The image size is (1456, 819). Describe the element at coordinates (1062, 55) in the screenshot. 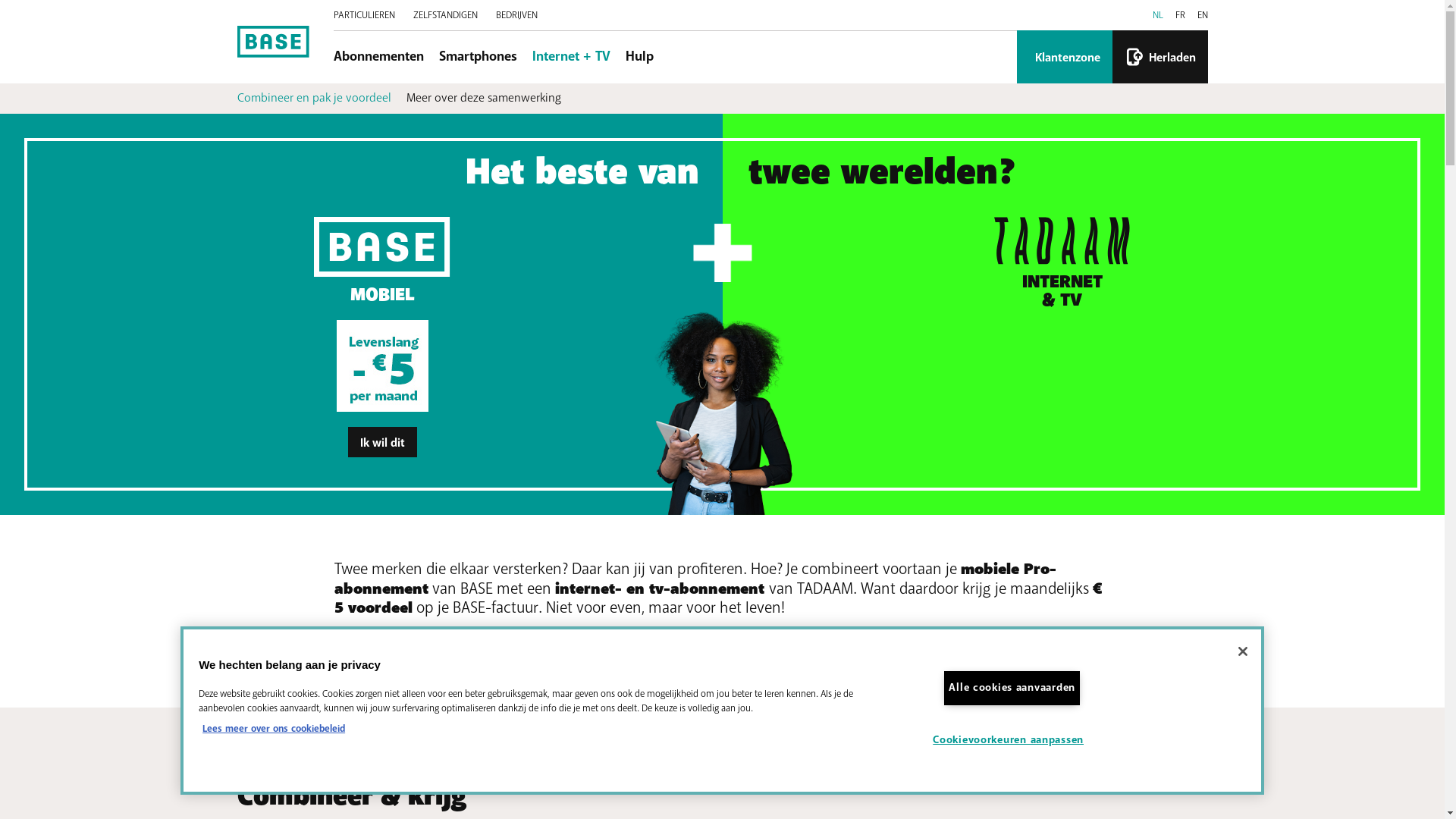

I see `'Klantenzone'` at that location.